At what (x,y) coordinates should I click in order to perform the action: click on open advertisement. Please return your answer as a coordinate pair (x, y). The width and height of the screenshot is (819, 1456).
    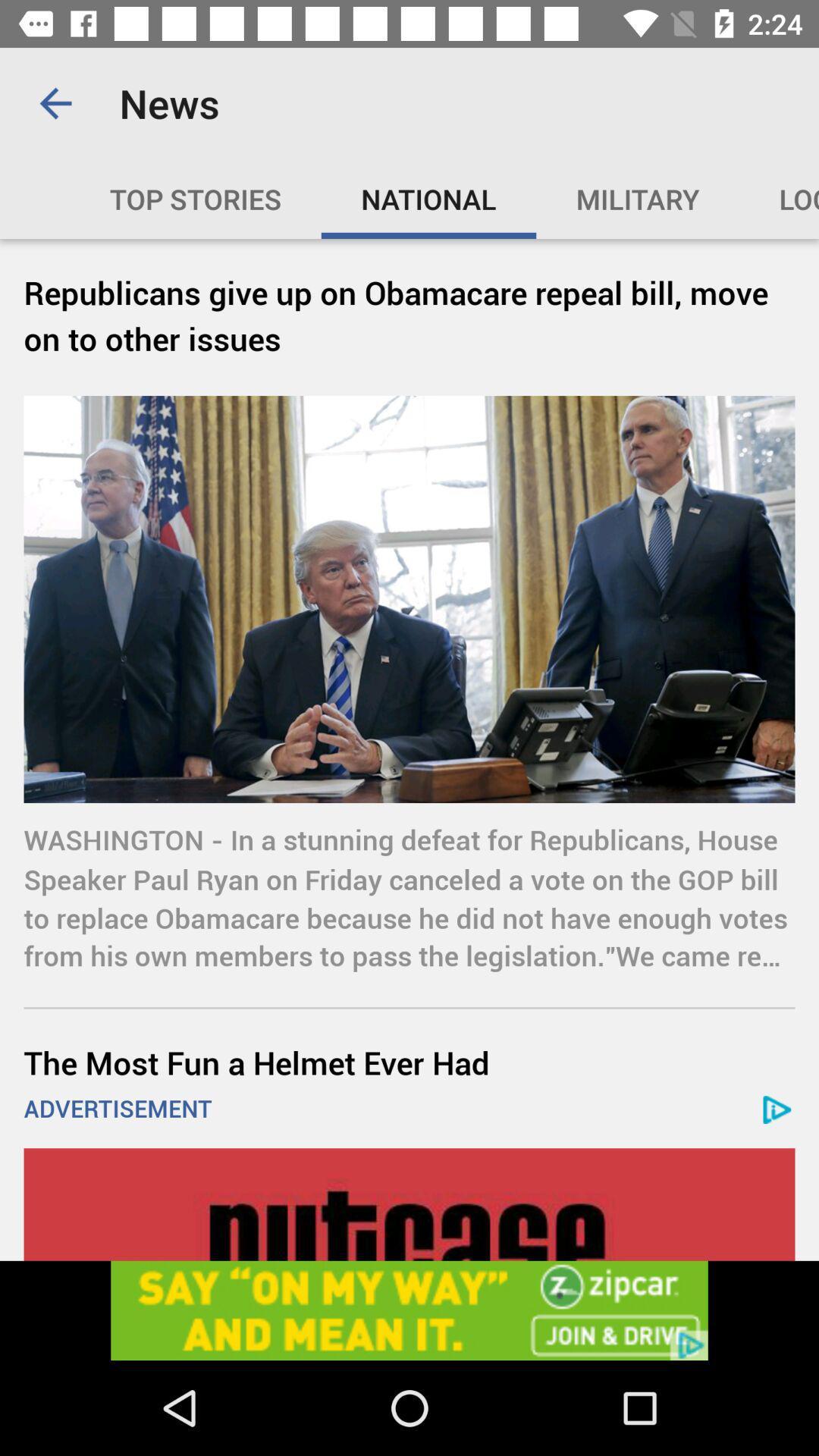
    Looking at the image, I should click on (409, 1310).